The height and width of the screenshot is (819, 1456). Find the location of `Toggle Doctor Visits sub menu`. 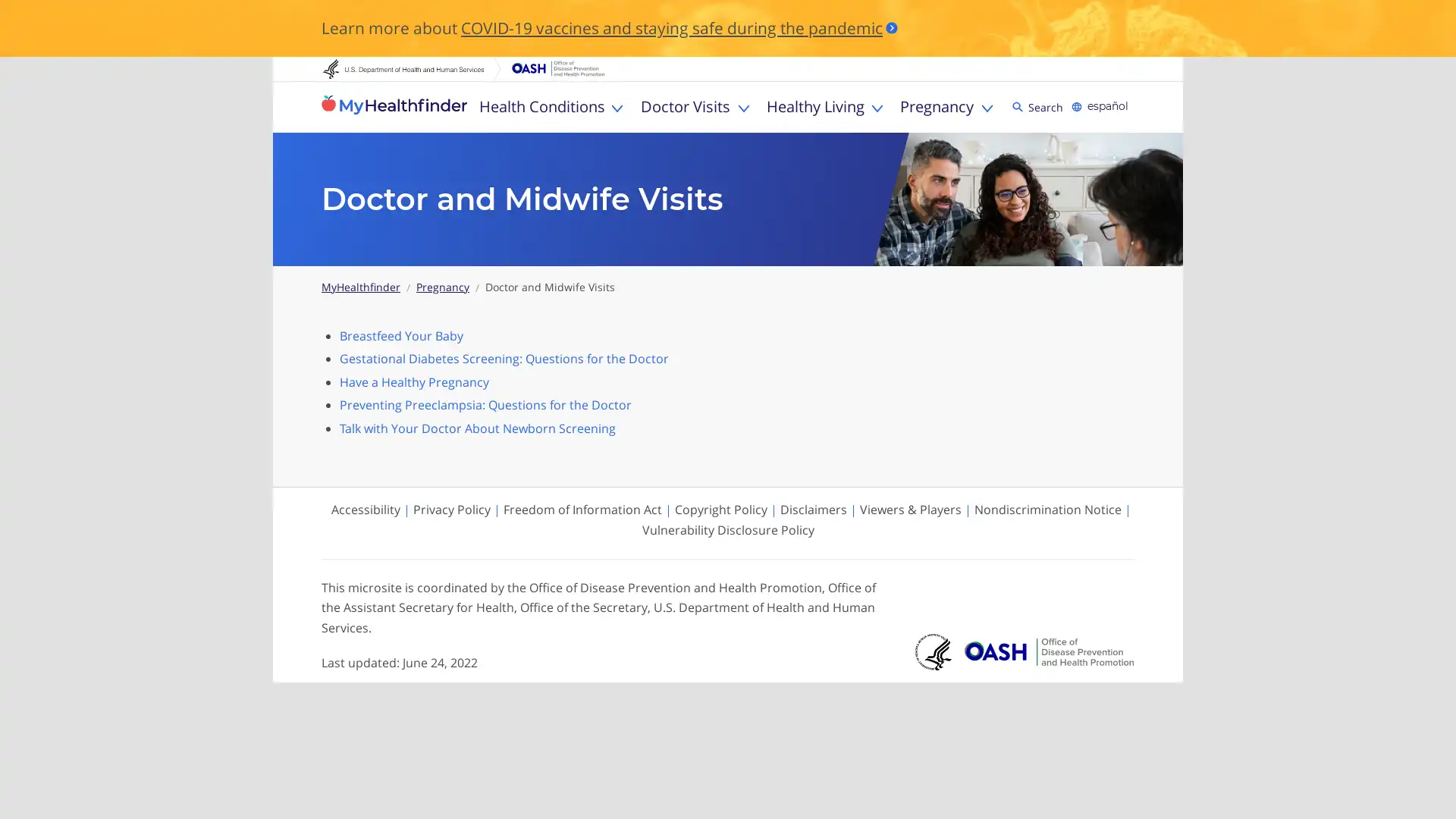

Toggle Doctor Visits sub menu is located at coordinates (742, 106).